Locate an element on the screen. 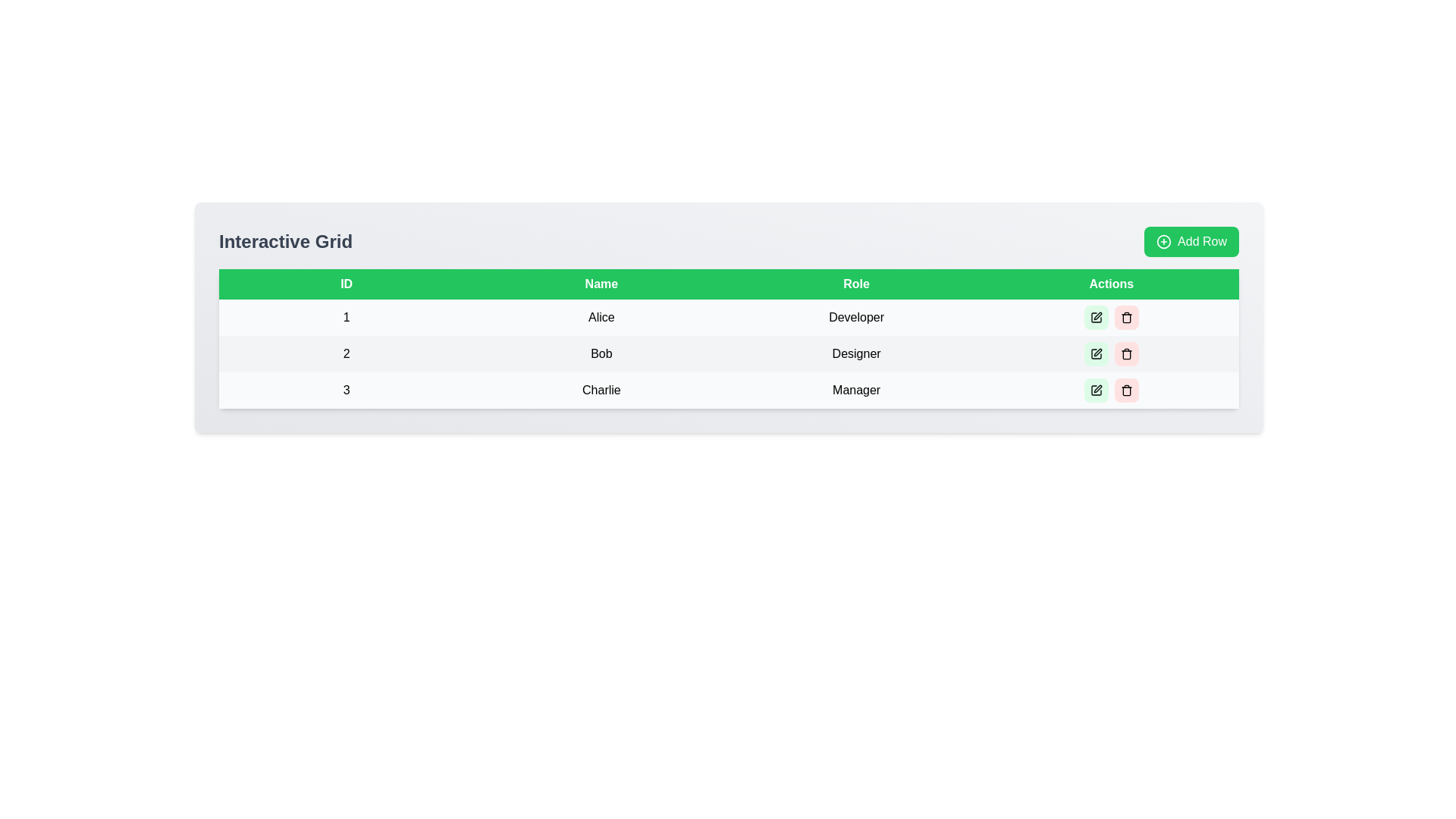 The height and width of the screenshot is (819, 1456). the decorative icon of the 'Add Row' button located at the top-right corner of the interface, which visually indicates the purpose of adding new rows to the grid is located at coordinates (1163, 241).